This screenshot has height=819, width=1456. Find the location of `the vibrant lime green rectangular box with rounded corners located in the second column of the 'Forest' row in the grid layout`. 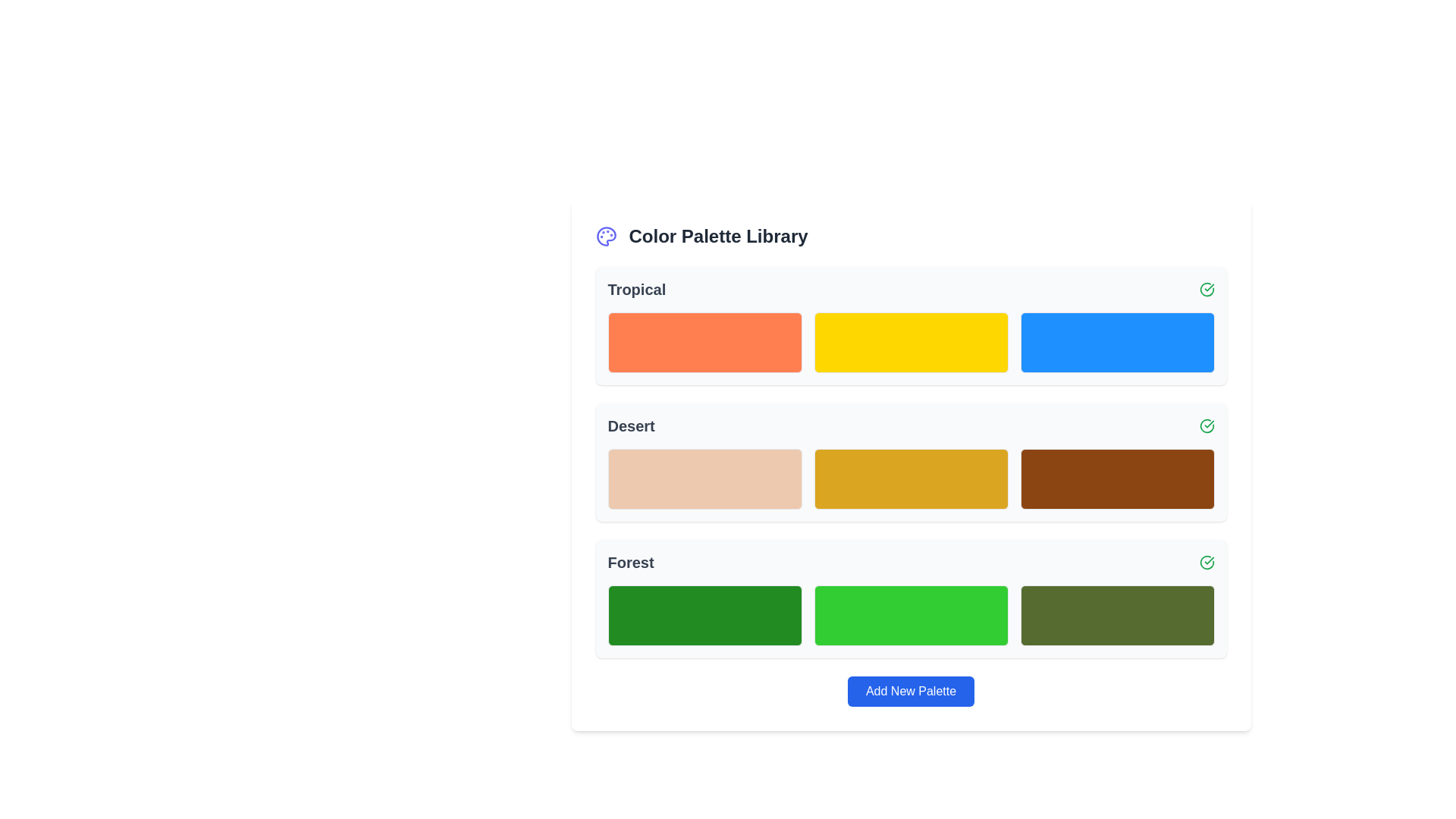

the vibrant lime green rectangular box with rounded corners located in the second column of the 'Forest' row in the grid layout is located at coordinates (910, 616).